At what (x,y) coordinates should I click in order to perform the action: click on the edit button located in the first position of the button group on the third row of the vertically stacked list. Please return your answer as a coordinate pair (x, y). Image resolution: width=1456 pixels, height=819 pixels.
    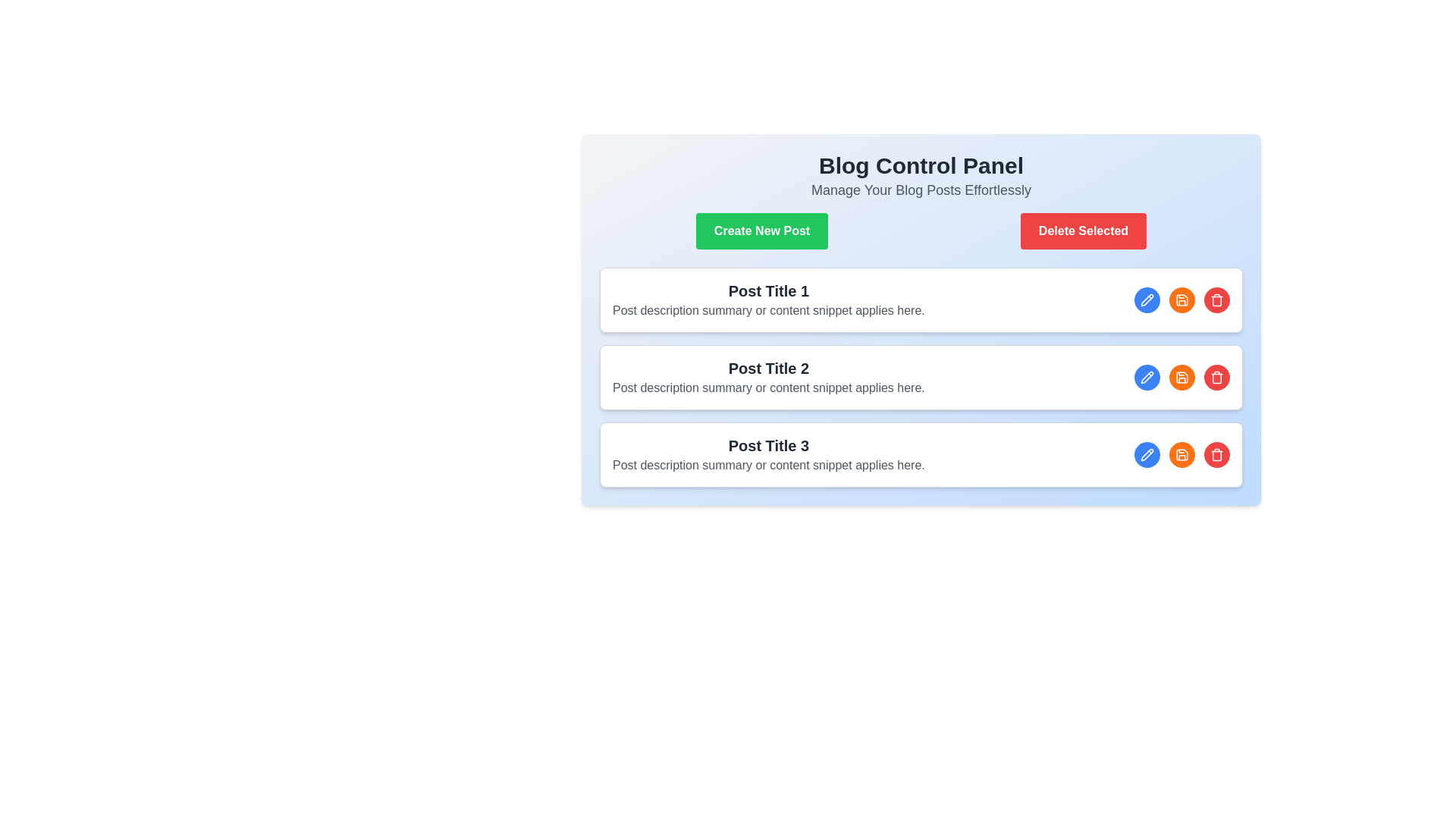
    Looking at the image, I should click on (1147, 454).